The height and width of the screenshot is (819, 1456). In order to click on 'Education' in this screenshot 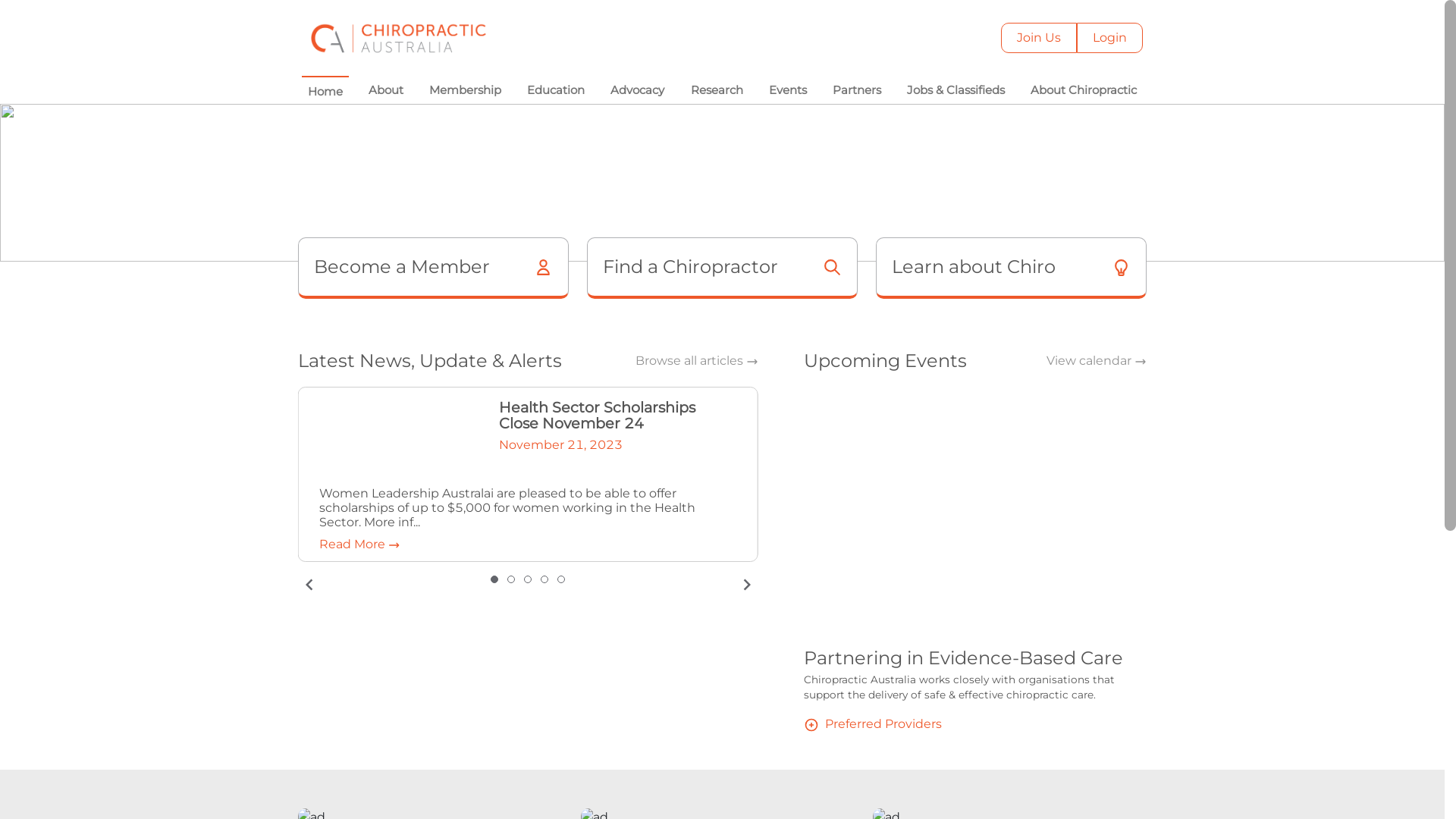, I will do `click(555, 90)`.